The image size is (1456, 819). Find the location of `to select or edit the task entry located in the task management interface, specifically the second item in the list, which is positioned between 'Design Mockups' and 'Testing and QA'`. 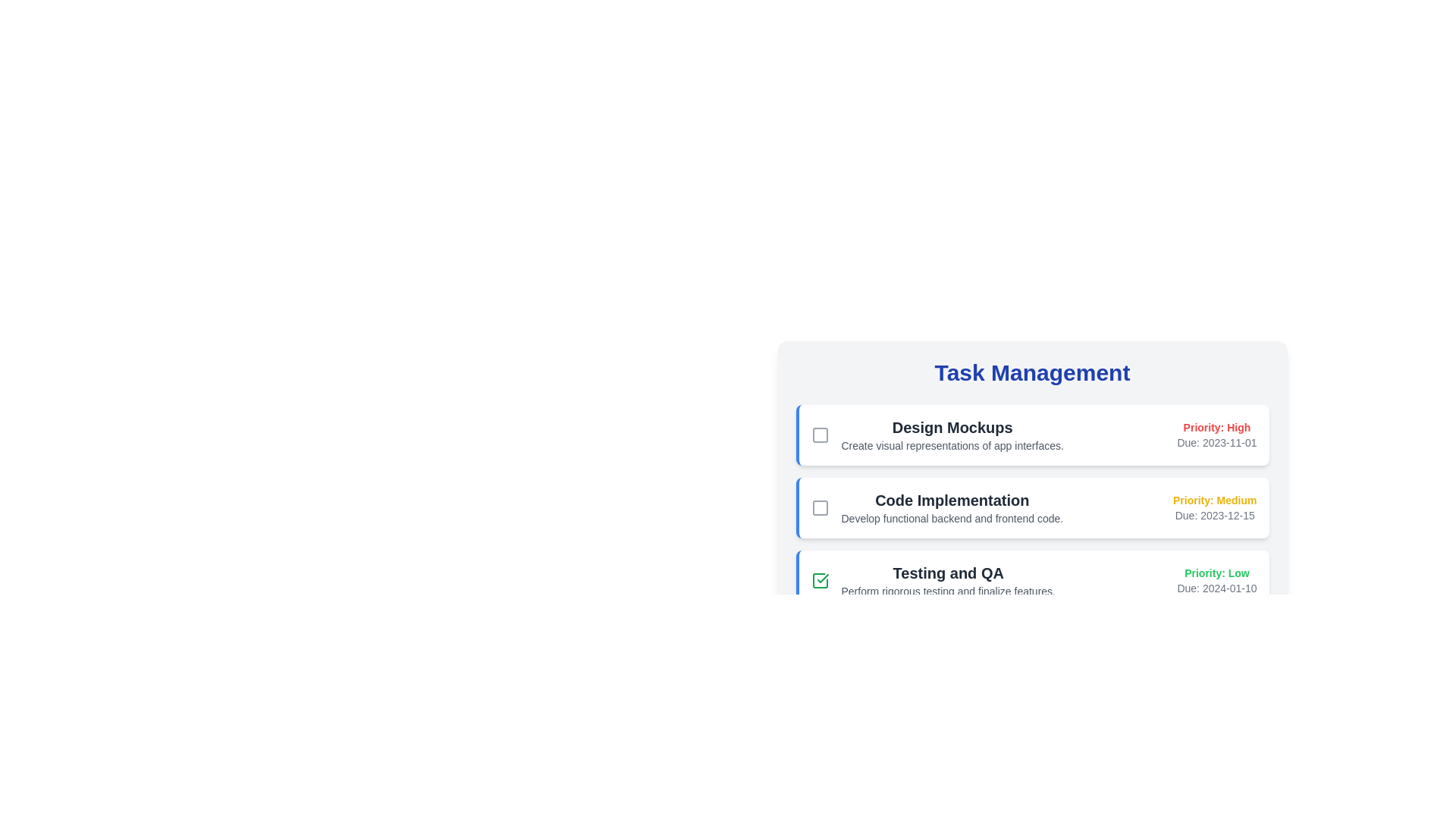

to select or edit the task entry located in the task management interface, specifically the second item in the list, which is positioned between 'Design Mockups' and 'Testing and QA' is located at coordinates (951, 508).